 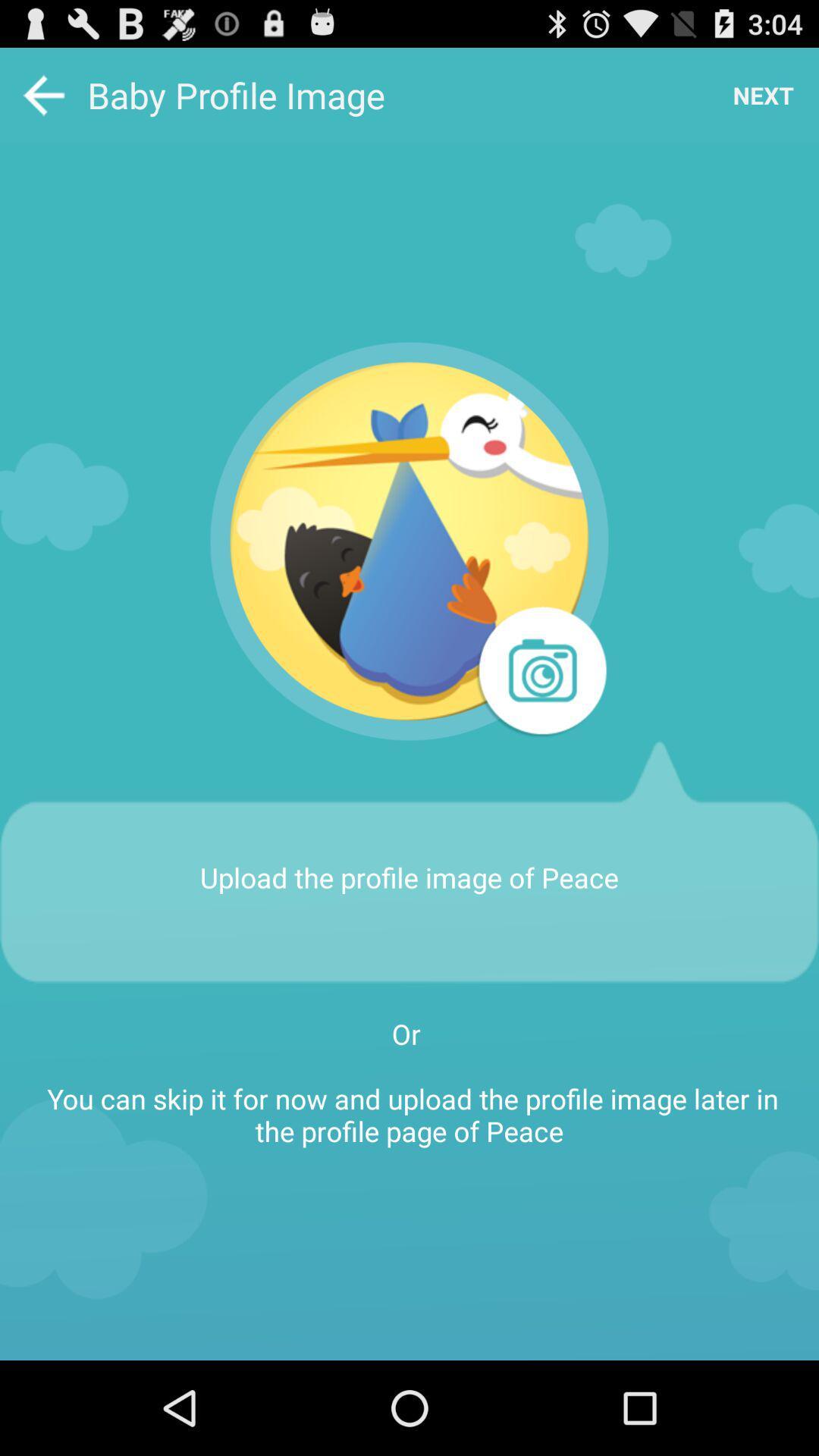 I want to click on the app below baby profile image app, so click(x=409, y=541).